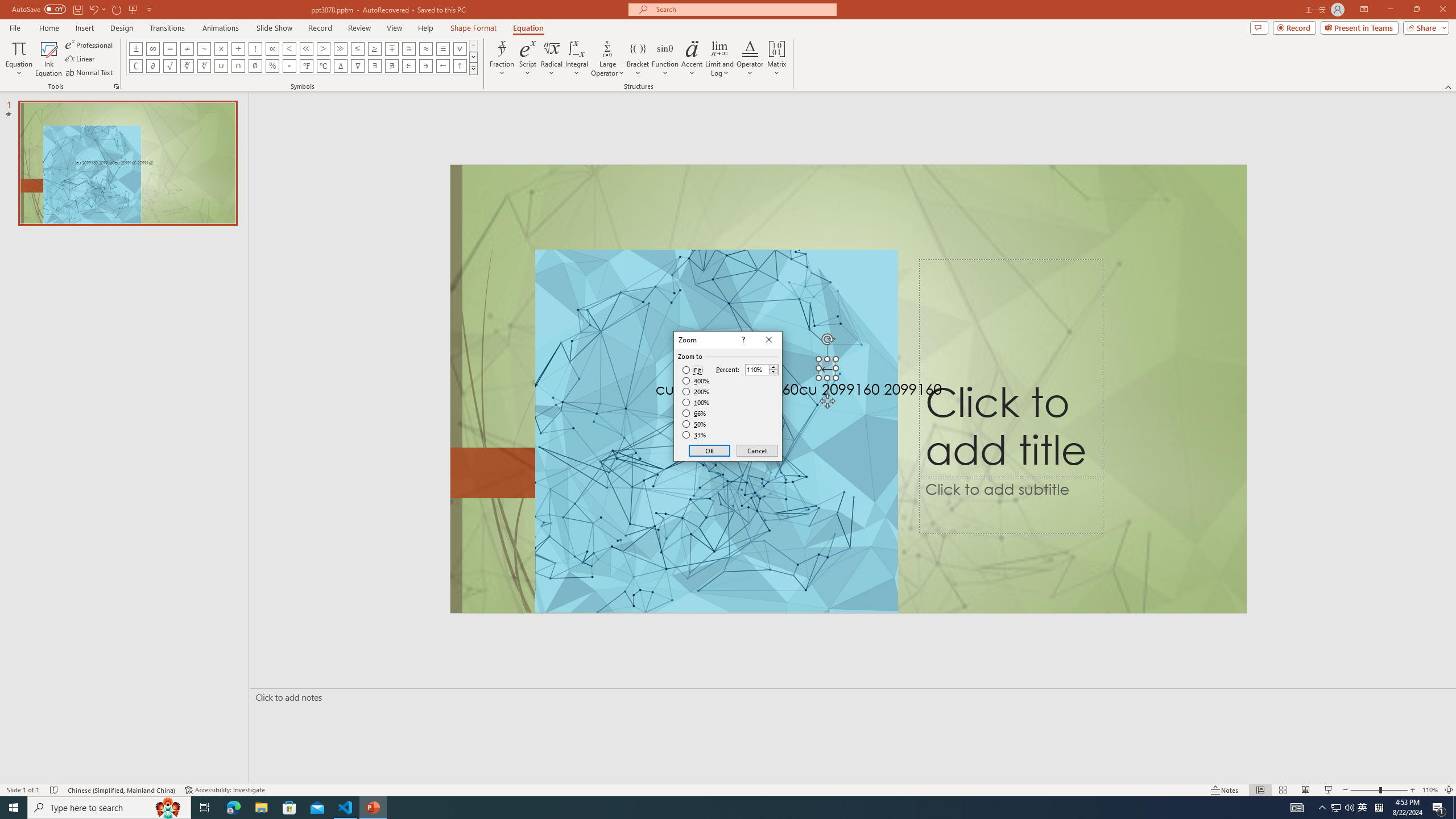 The width and height of the screenshot is (1456, 819). I want to click on '200%', so click(696, 392).